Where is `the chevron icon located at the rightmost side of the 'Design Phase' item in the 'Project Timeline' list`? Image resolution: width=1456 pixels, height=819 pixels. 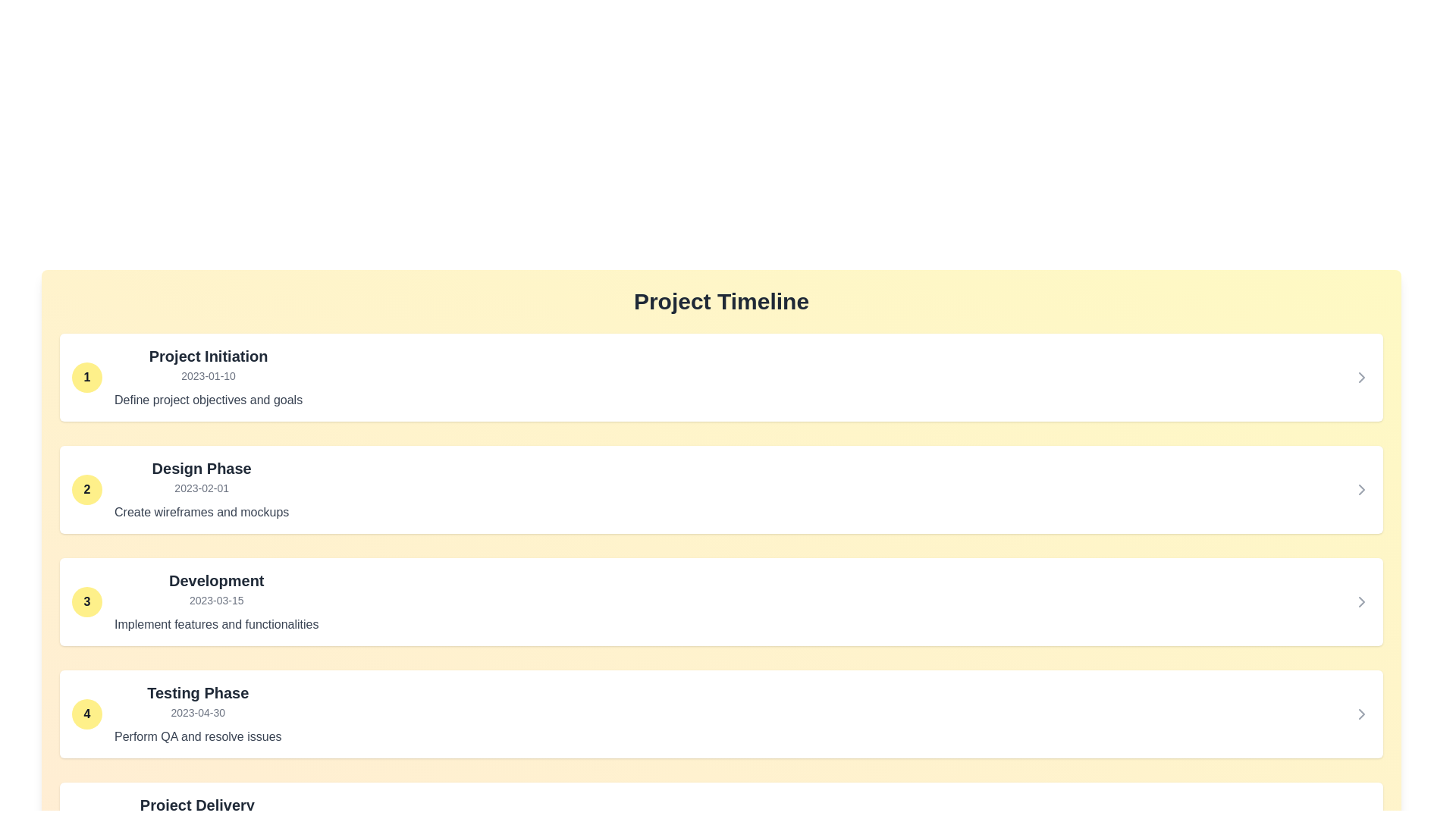
the chevron icon located at the rightmost side of the 'Design Phase' item in the 'Project Timeline' list is located at coordinates (1361, 489).